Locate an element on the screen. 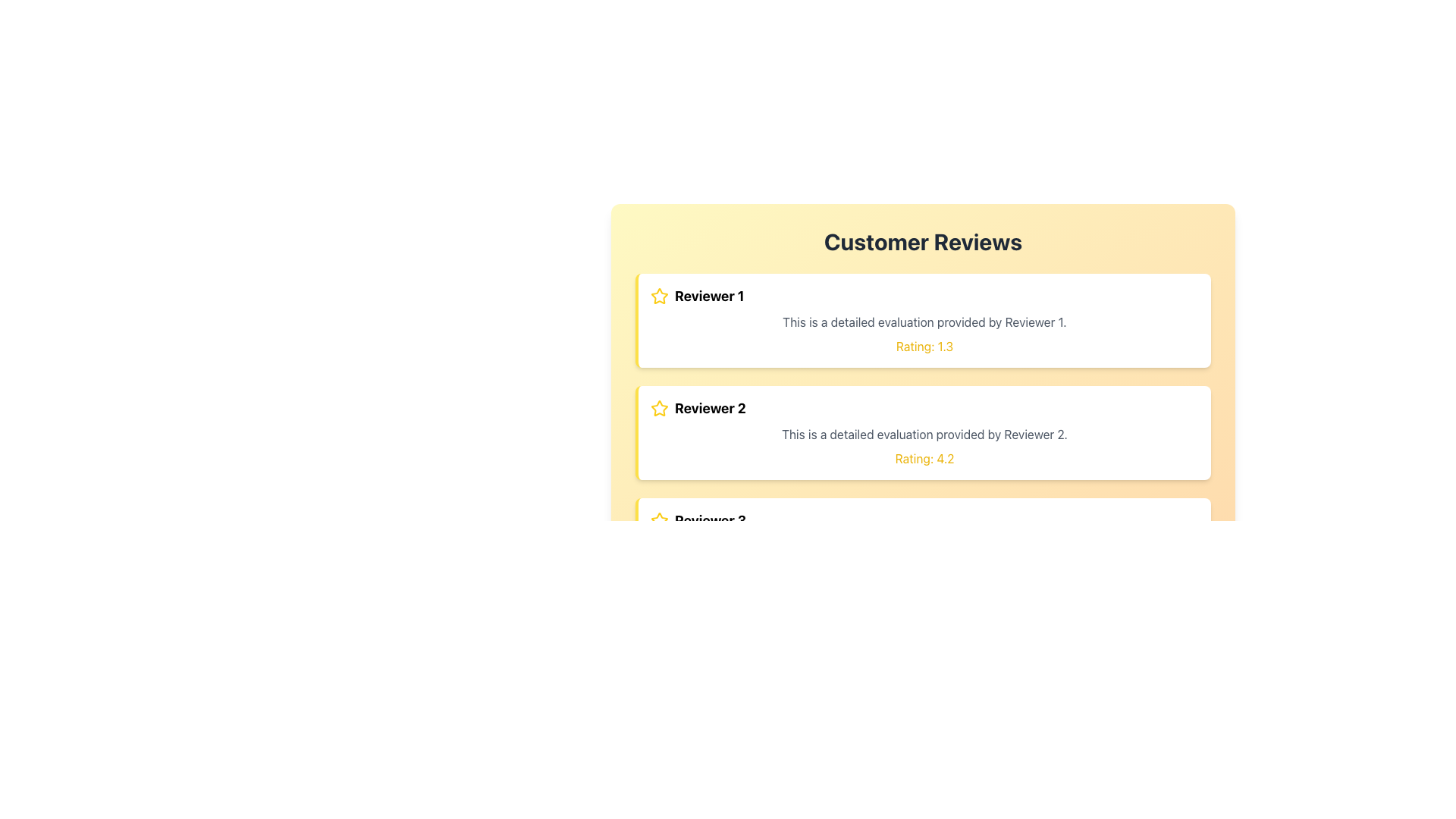 The height and width of the screenshot is (819, 1456). the yellow star icon outlined in black next to 'Reviewer 2' in the second review card is located at coordinates (659, 408).